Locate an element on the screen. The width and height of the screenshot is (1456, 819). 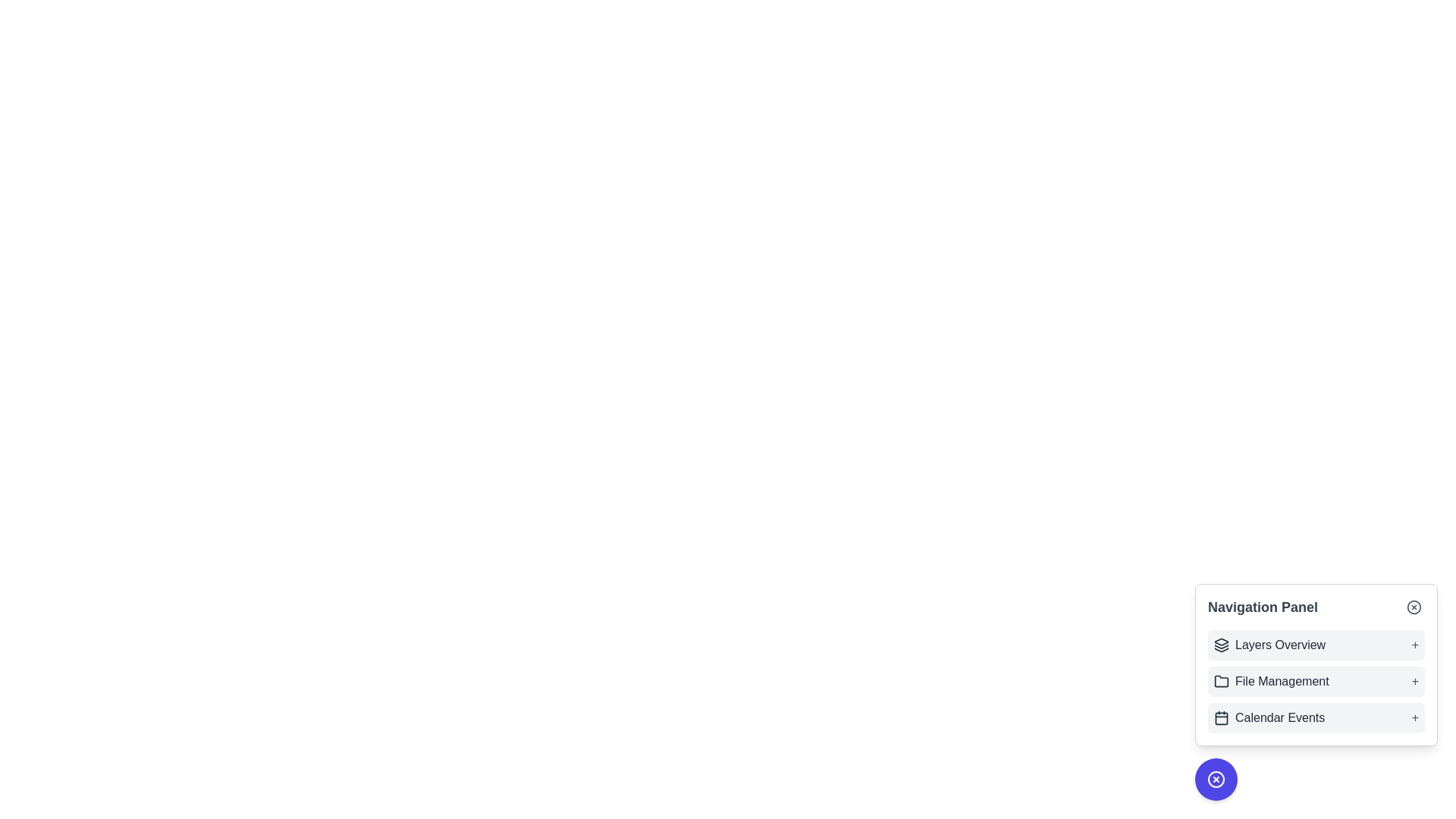
the '+' icon, which is stylized in gray and located at the far-right end of the 'File Management' section in the navigation panel is located at coordinates (1414, 680).